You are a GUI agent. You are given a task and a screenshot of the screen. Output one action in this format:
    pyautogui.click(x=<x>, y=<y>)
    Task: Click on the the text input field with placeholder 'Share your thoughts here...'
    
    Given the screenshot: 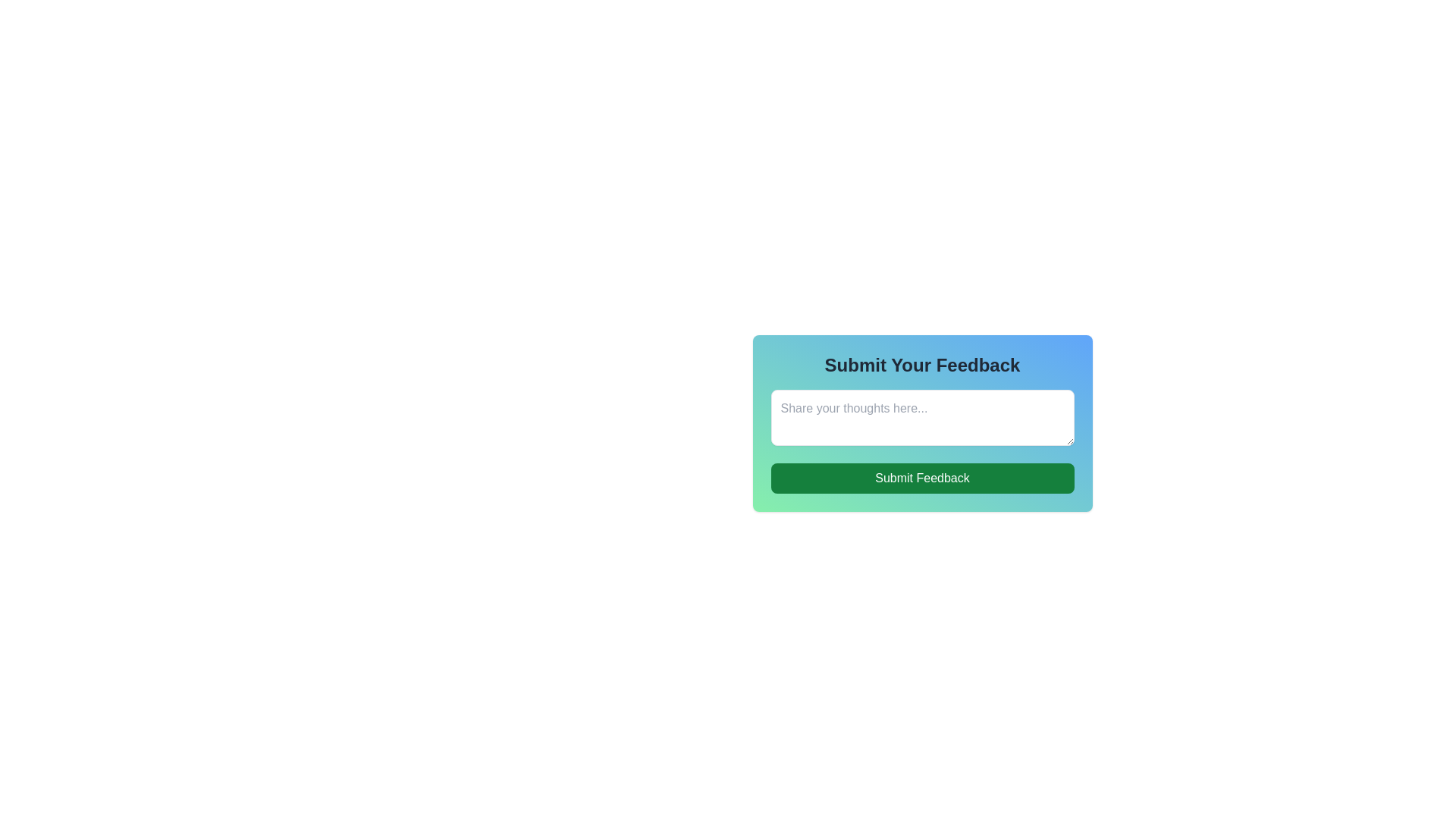 What is the action you would take?
    pyautogui.click(x=921, y=418)
    